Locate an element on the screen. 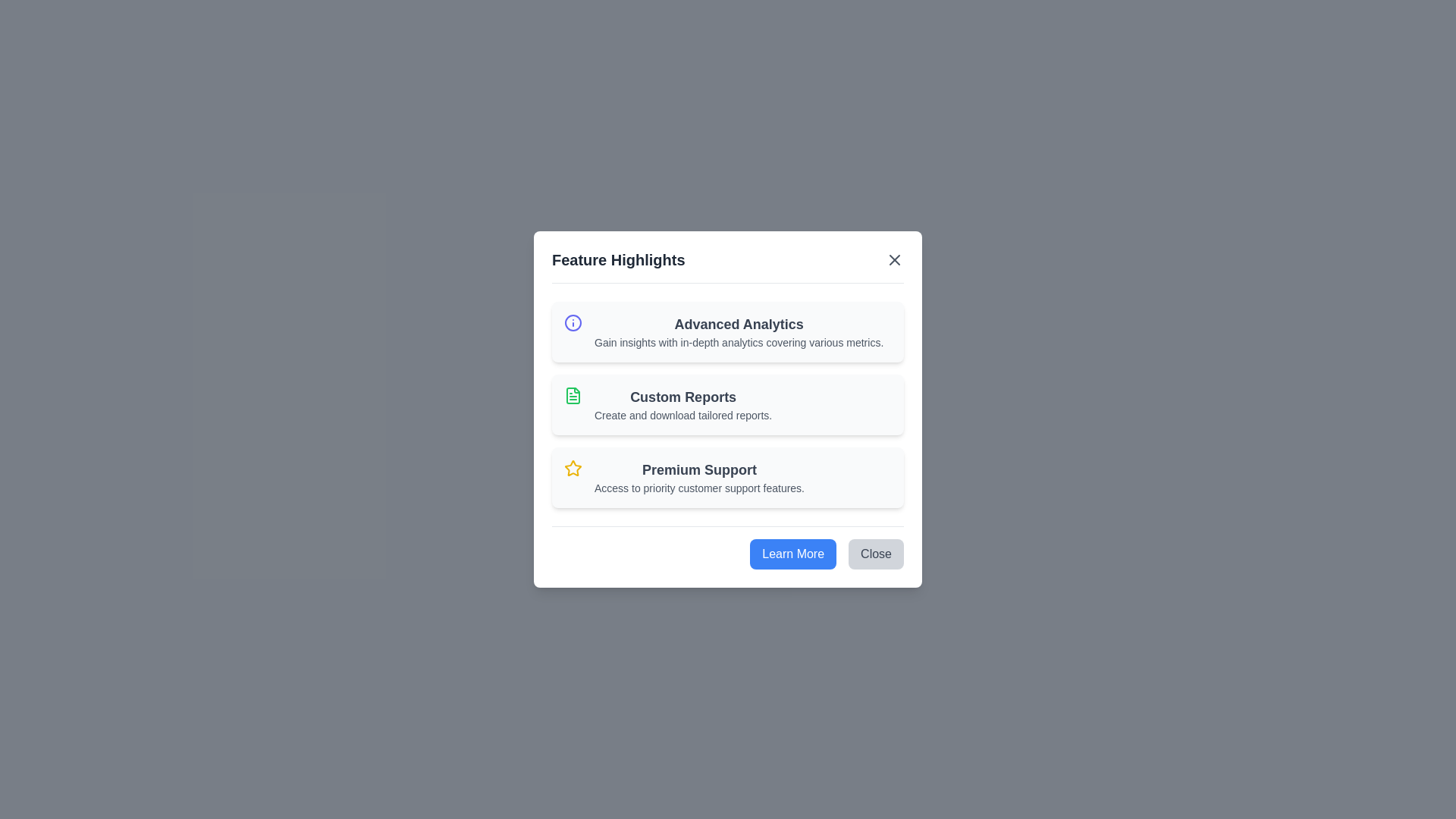 The width and height of the screenshot is (1456, 819). the star icon with a yellow outline located in the 'Premium Support' section, adjacent to the text 'Premium Support Access to priority customer support features.' is located at coordinates (572, 467).